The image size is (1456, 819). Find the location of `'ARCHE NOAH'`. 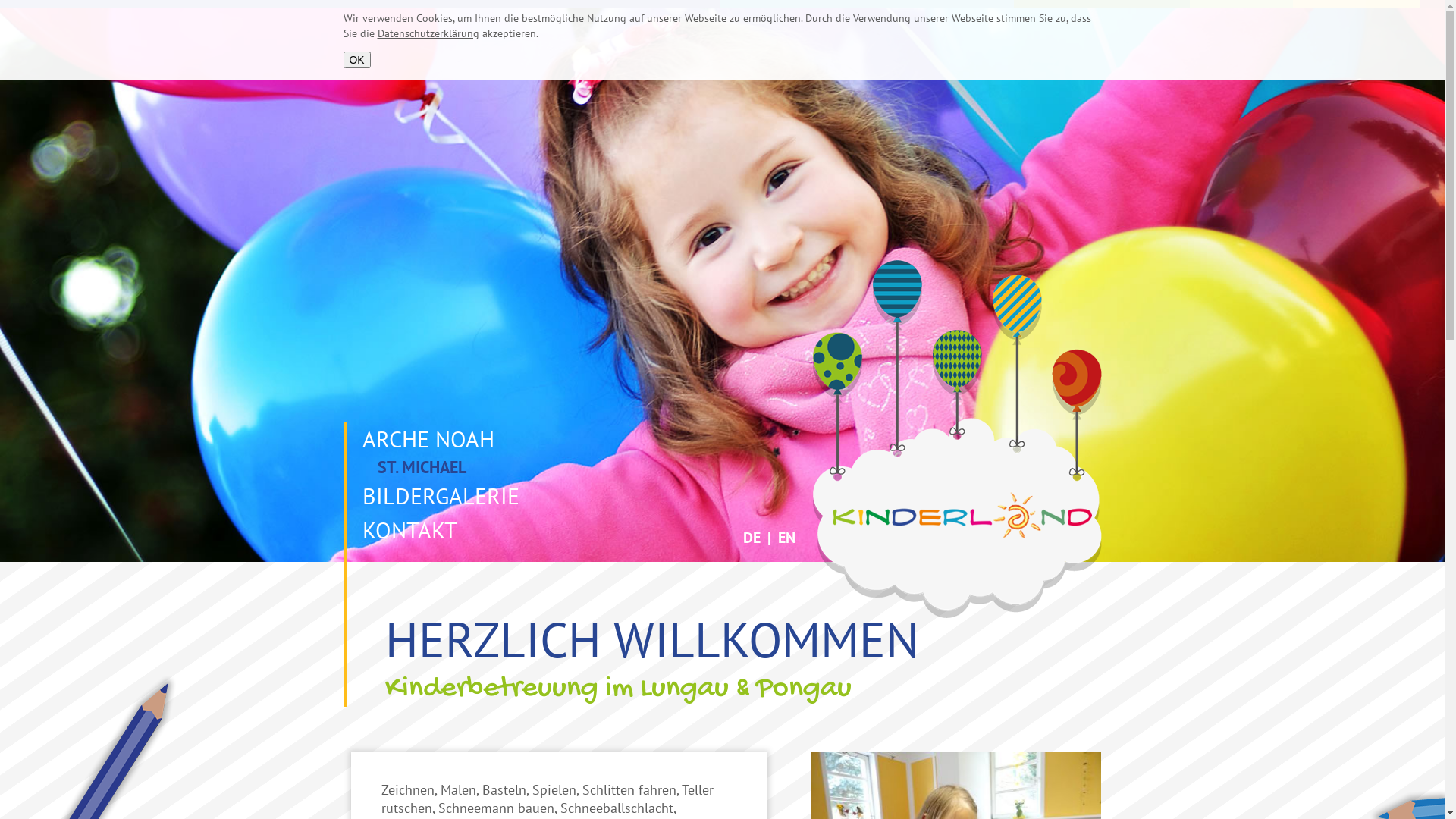

'ARCHE NOAH' is located at coordinates (425, 438).